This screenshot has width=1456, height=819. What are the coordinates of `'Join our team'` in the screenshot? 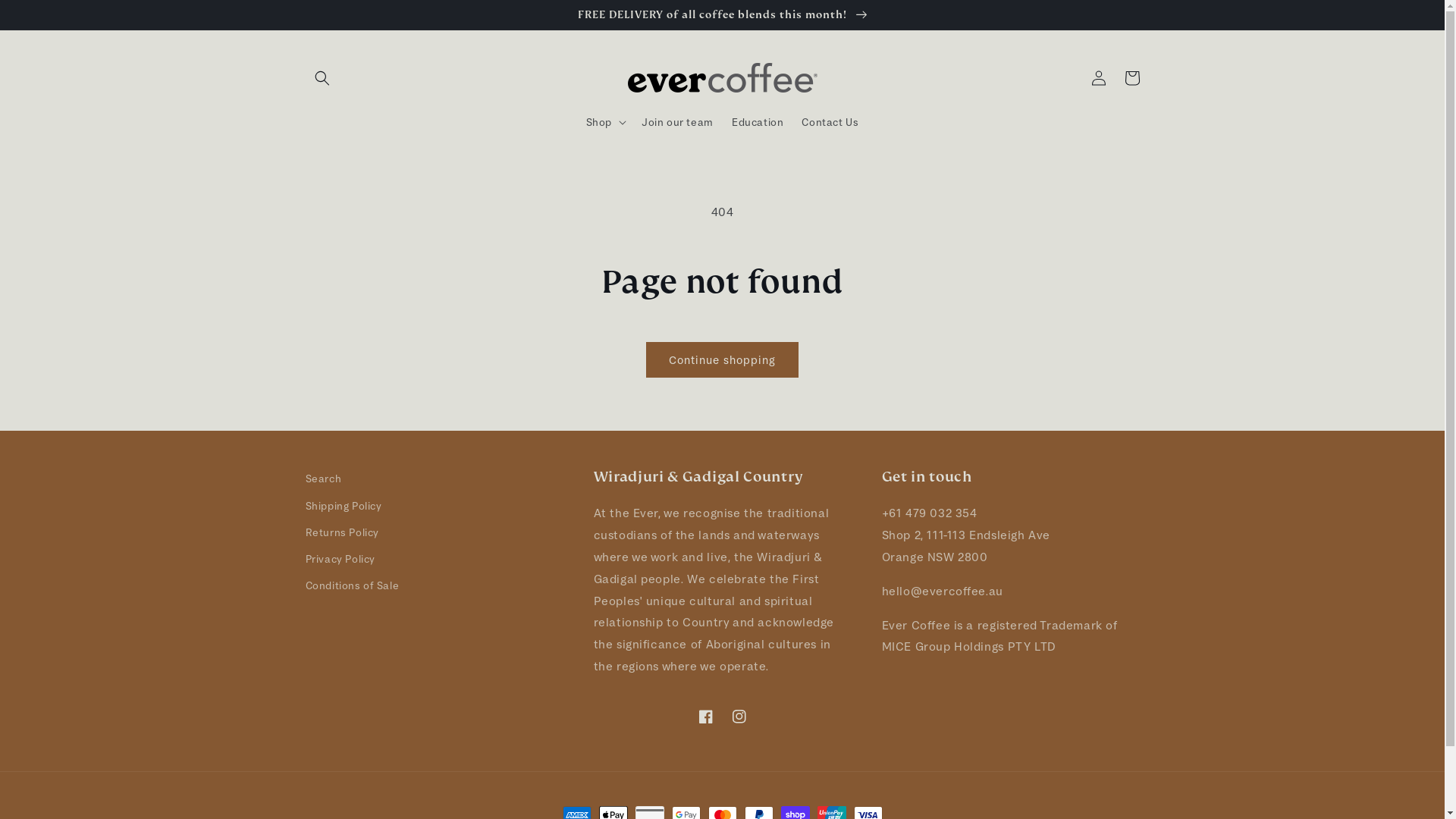 It's located at (676, 121).